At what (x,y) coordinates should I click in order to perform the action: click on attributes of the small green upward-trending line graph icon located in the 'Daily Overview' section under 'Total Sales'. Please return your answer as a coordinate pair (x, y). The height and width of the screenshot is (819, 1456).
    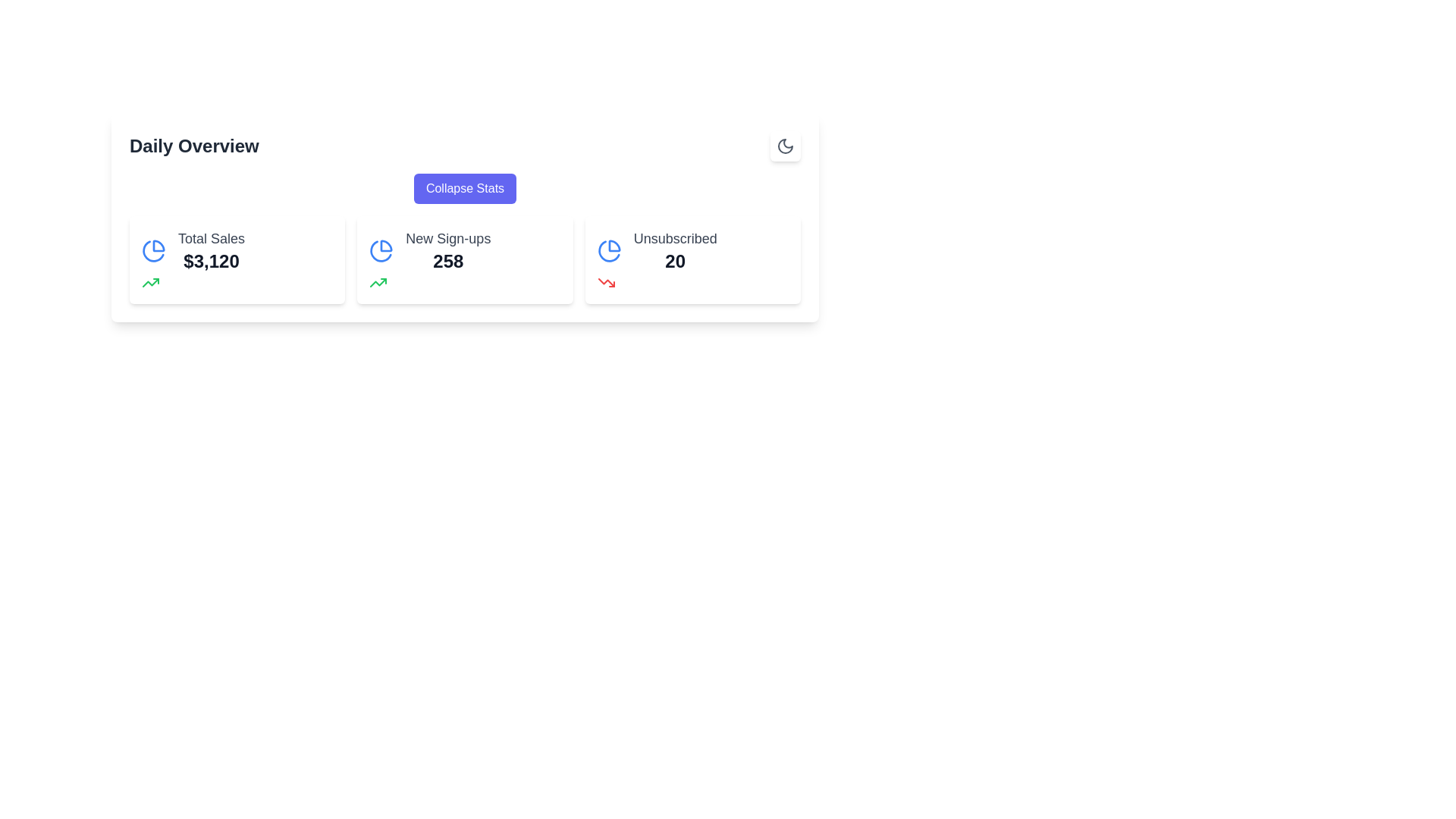
    Looking at the image, I should click on (150, 283).